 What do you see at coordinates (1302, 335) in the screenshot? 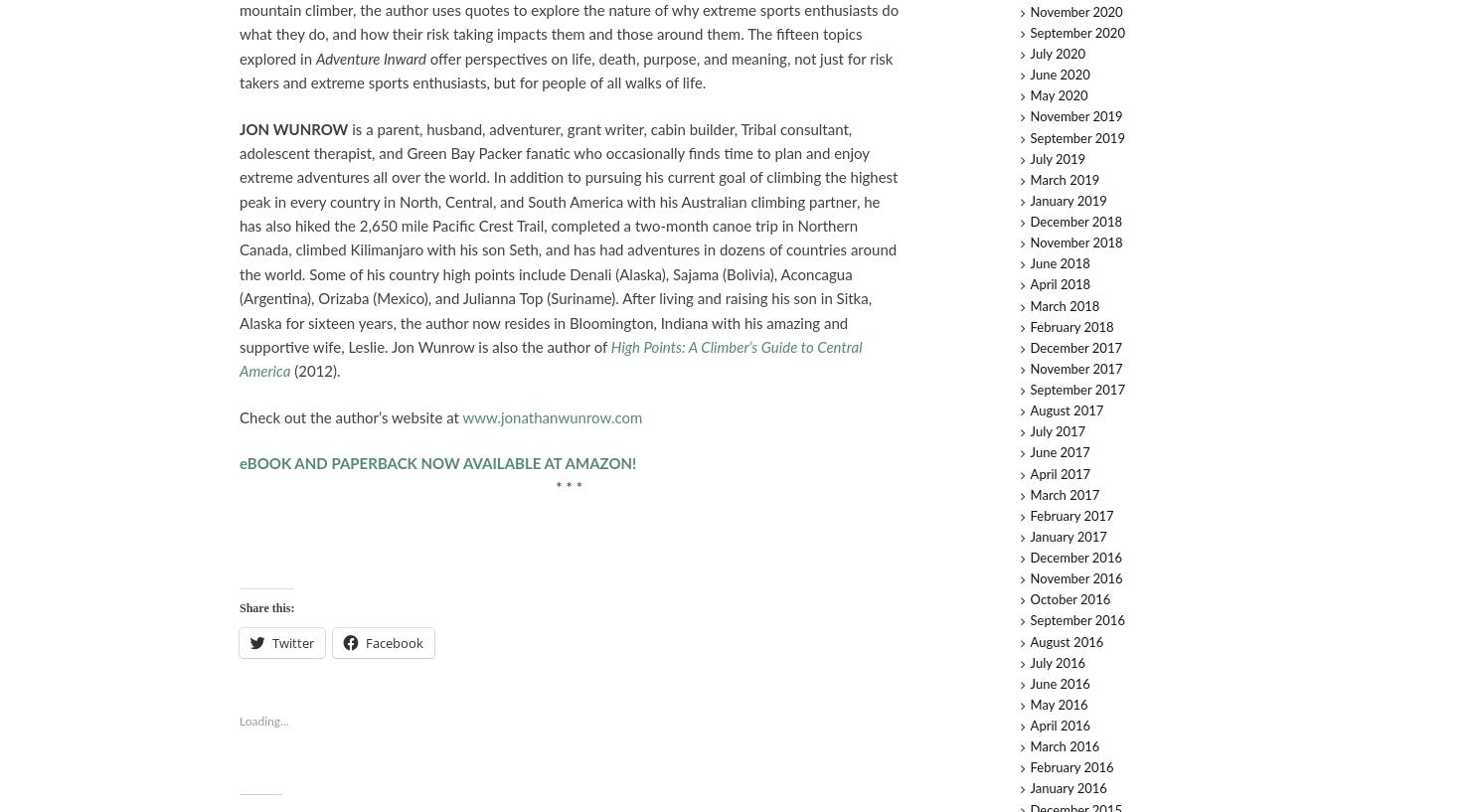
I see `'Comment'` at bounding box center [1302, 335].